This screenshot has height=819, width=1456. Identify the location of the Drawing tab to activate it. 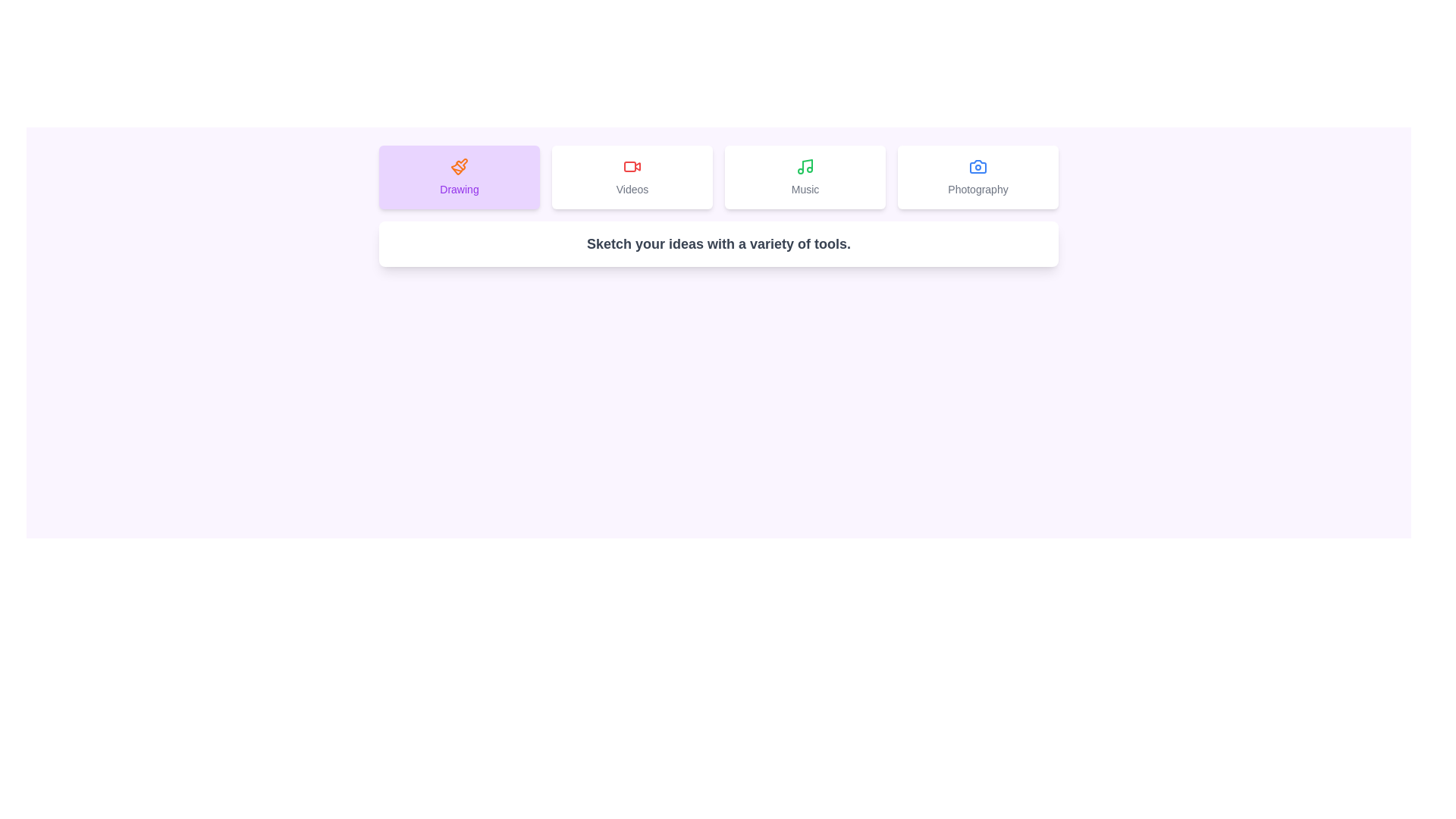
(458, 177).